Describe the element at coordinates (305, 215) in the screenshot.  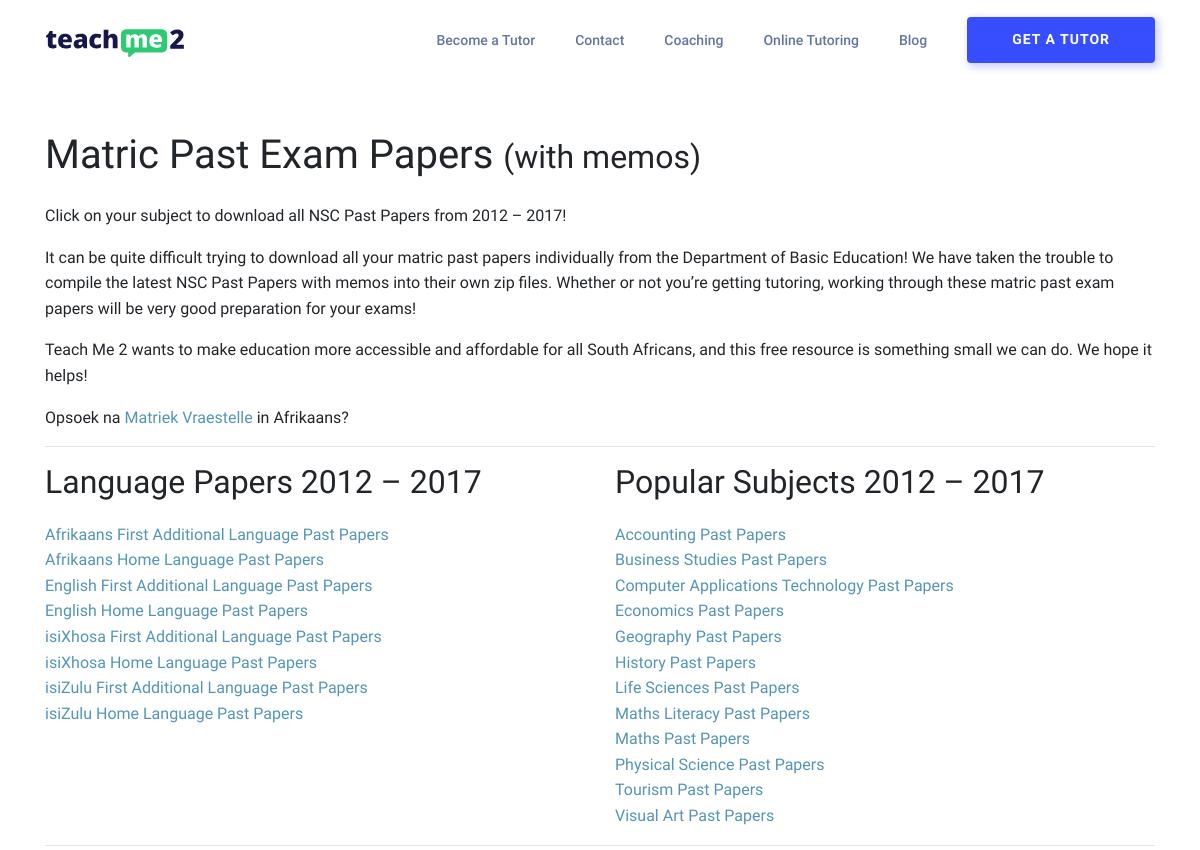
I see `'Click on your subject to download all NSC Past Papers from 2012 – 2017!'` at that location.